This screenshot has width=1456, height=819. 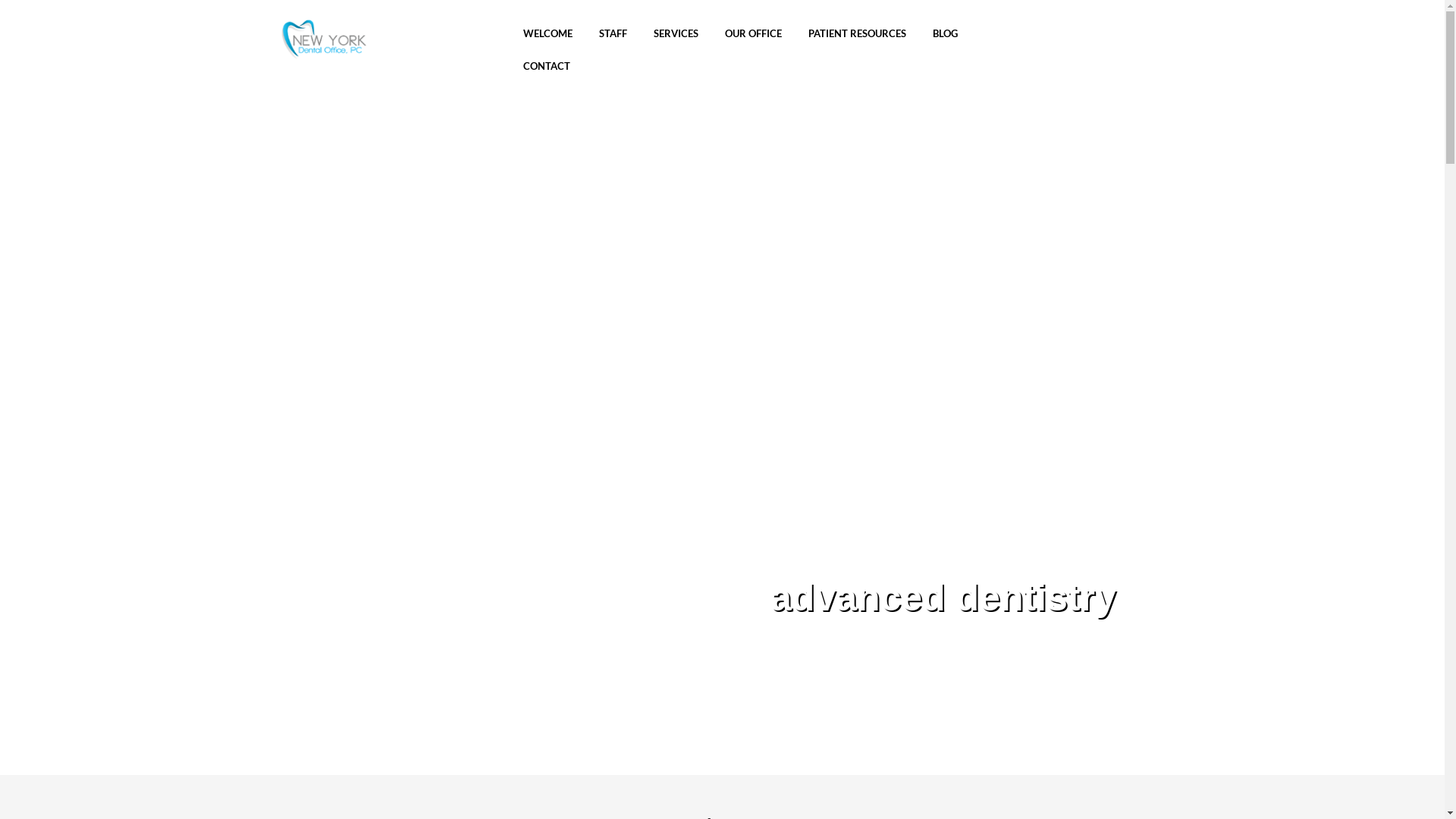 I want to click on 'WELCOME', so click(x=547, y=34).